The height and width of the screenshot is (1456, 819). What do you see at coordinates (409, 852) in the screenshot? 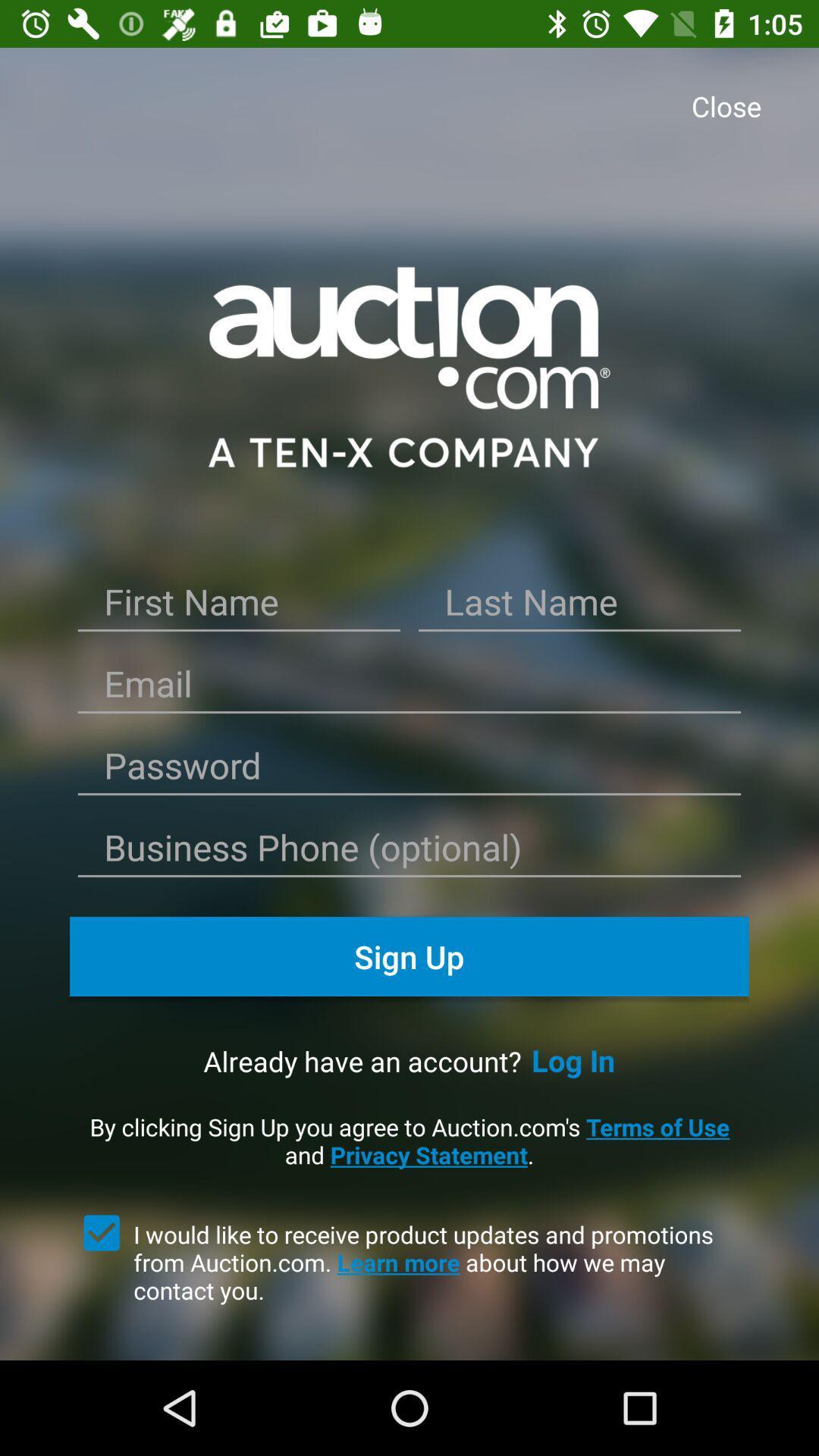
I see `business phone number` at bounding box center [409, 852].